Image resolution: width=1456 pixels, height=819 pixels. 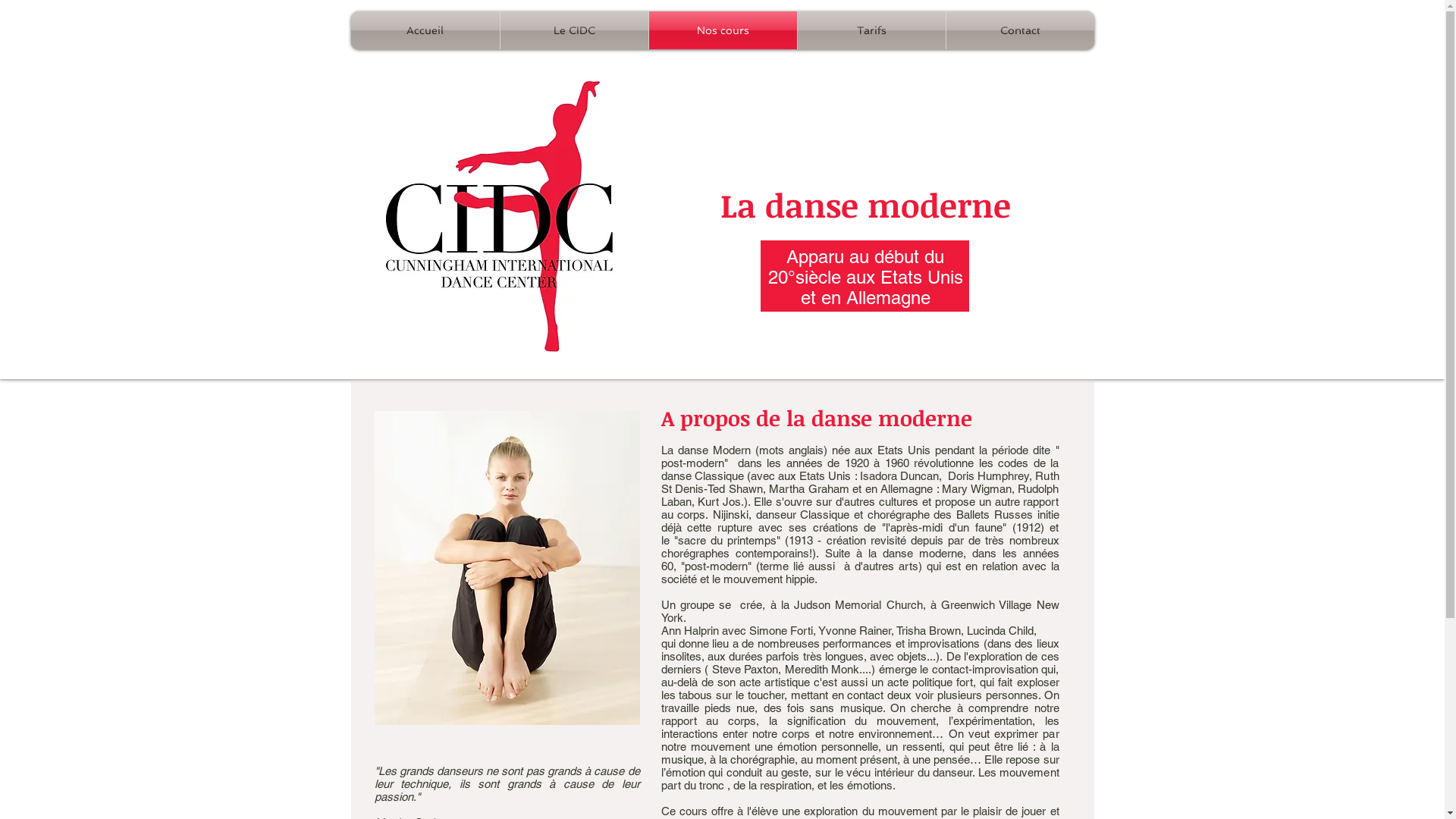 What do you see at coordinates (349, 30) in the screenshot?
I see `'Accueil'` at bounding box center [349, 30].